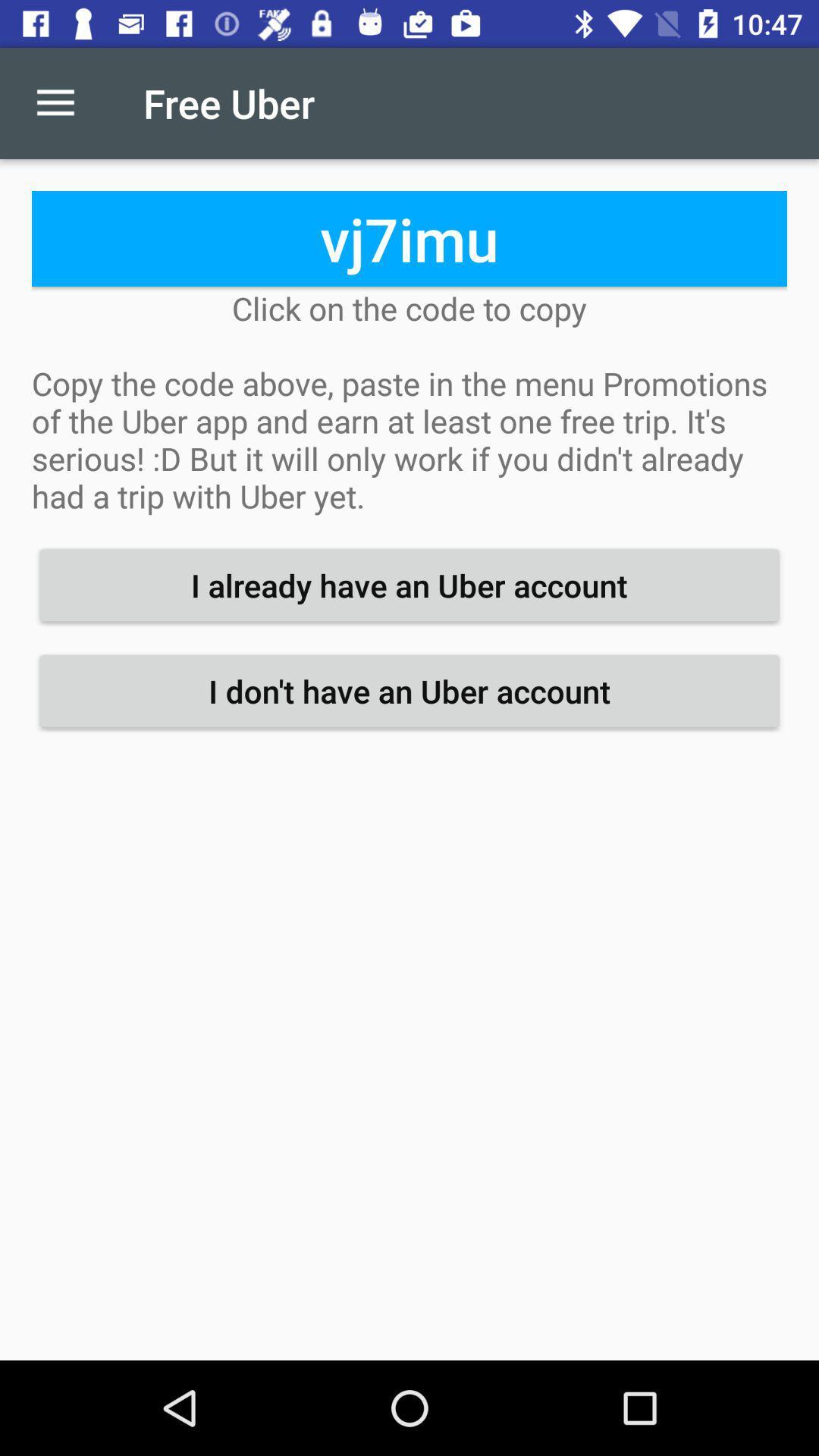 This screenshot has height=1456, width=819. I want to click on i don t item, so click(409, 690).